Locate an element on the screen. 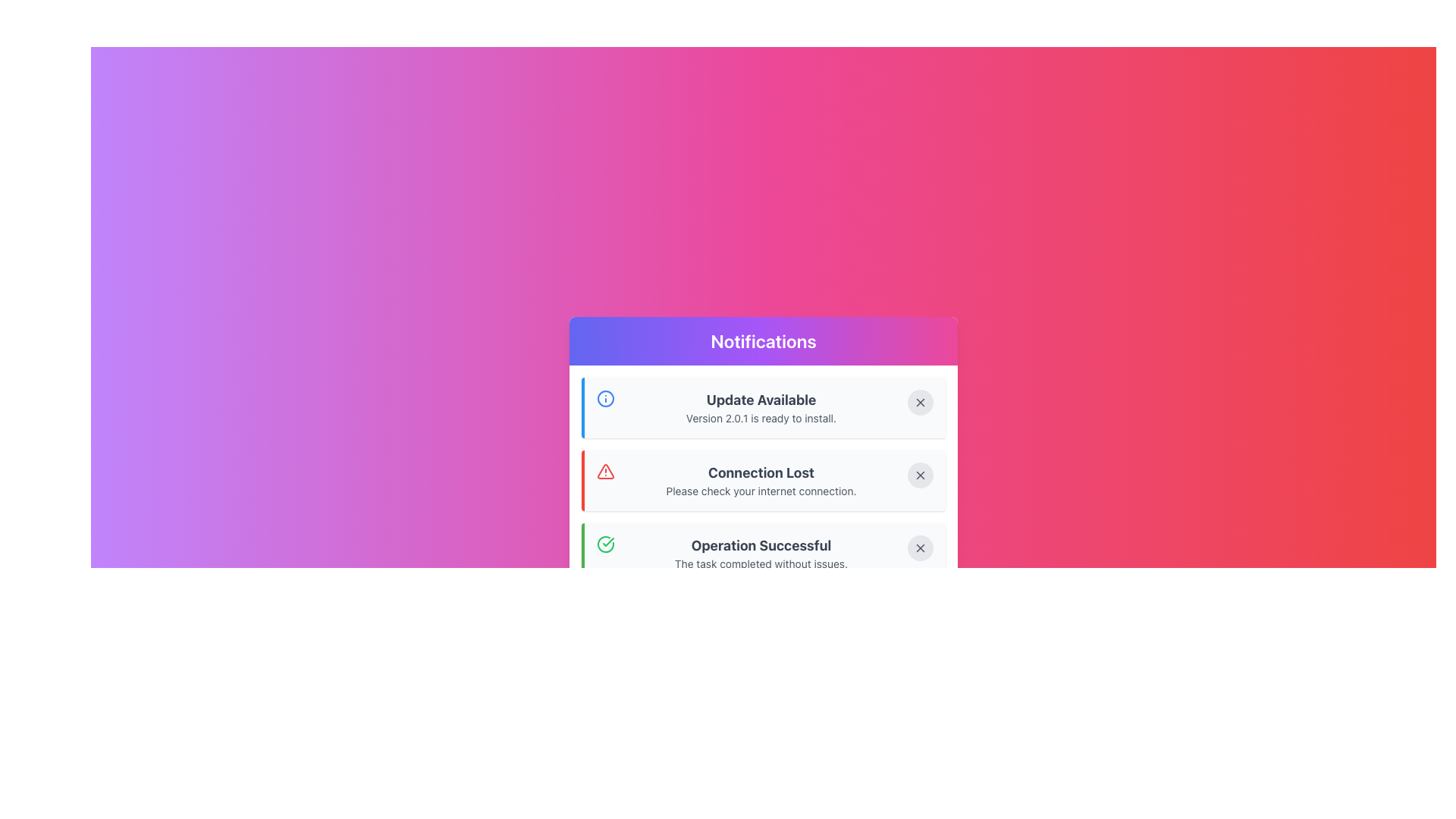 This screenshot has width=1456, height=819. text from the notification component that informs the user about a connection issue, prompting them to check their internet connection is located at coordinates (761, 480).